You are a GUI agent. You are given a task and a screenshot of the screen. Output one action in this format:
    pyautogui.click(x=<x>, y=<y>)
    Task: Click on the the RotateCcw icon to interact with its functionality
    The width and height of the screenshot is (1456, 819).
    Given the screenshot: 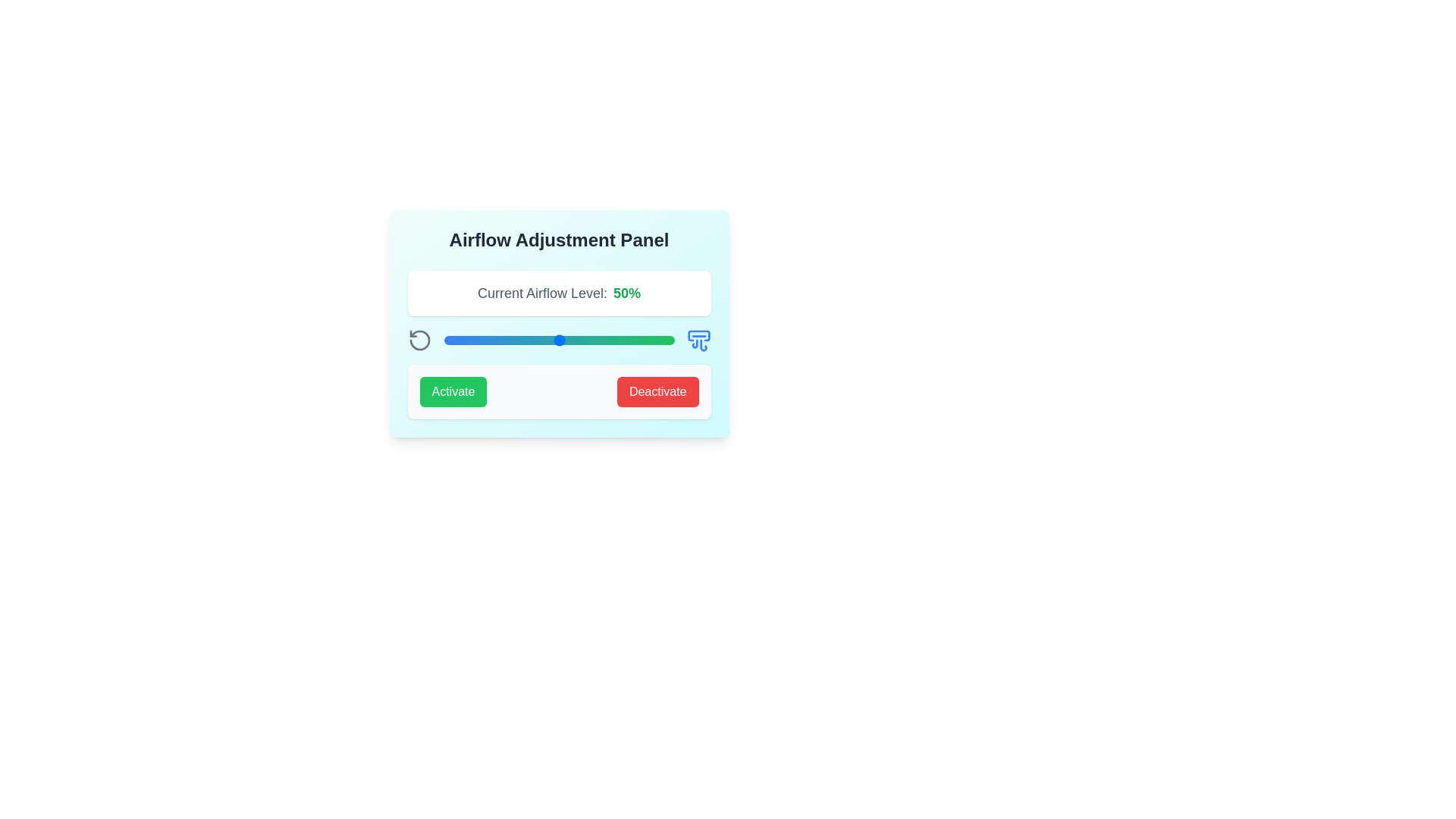 What is the action you would take?
    pyautogui.click(x=419, y=339)
    